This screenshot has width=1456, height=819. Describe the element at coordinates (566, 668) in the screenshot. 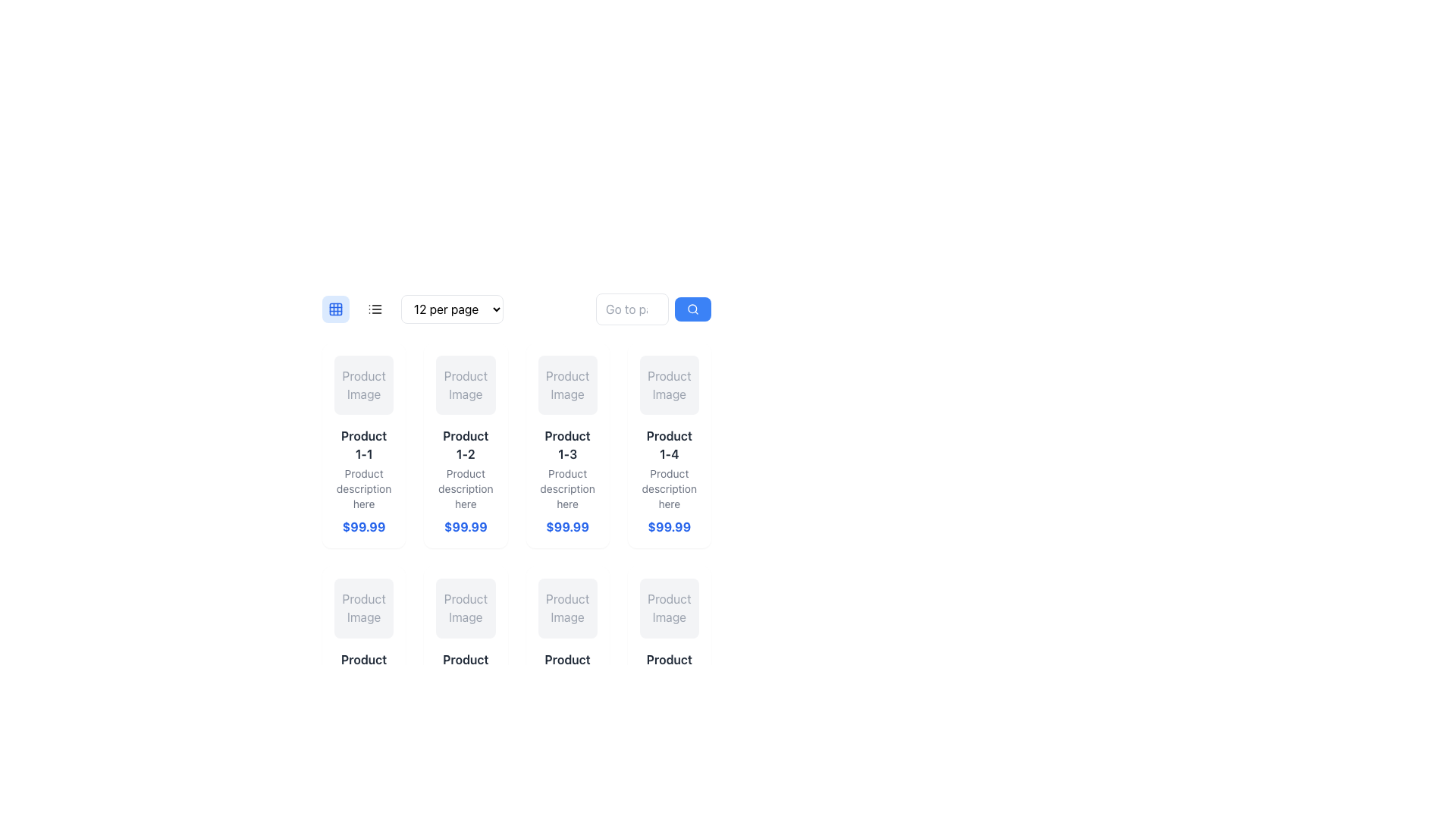

I see `the Clickable card displaying product preview information, located as the second item in the second row of a 4-column grid layout` at that location.